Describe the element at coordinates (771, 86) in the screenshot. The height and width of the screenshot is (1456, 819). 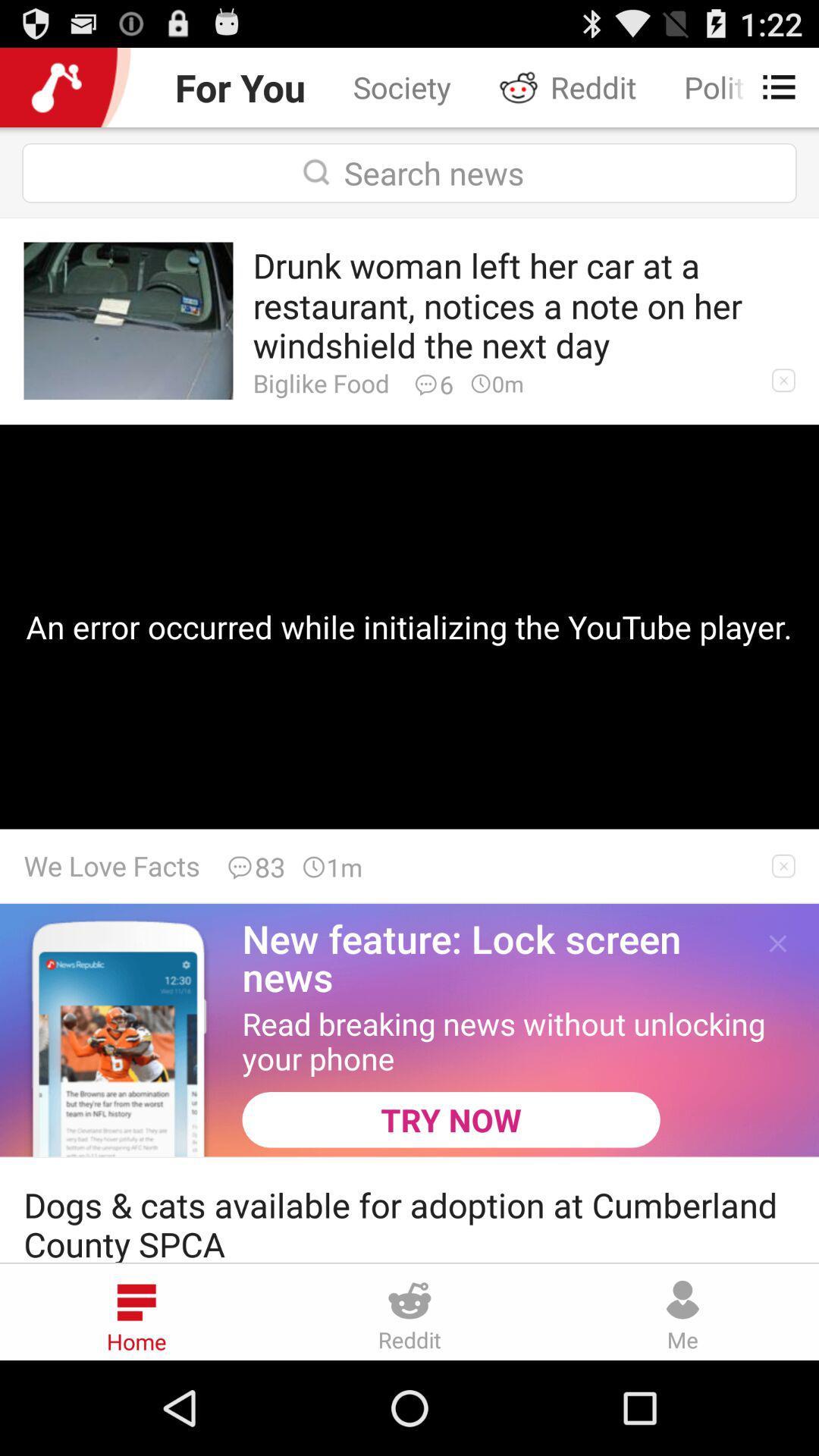
I see `app to the right of reddit` at that location.